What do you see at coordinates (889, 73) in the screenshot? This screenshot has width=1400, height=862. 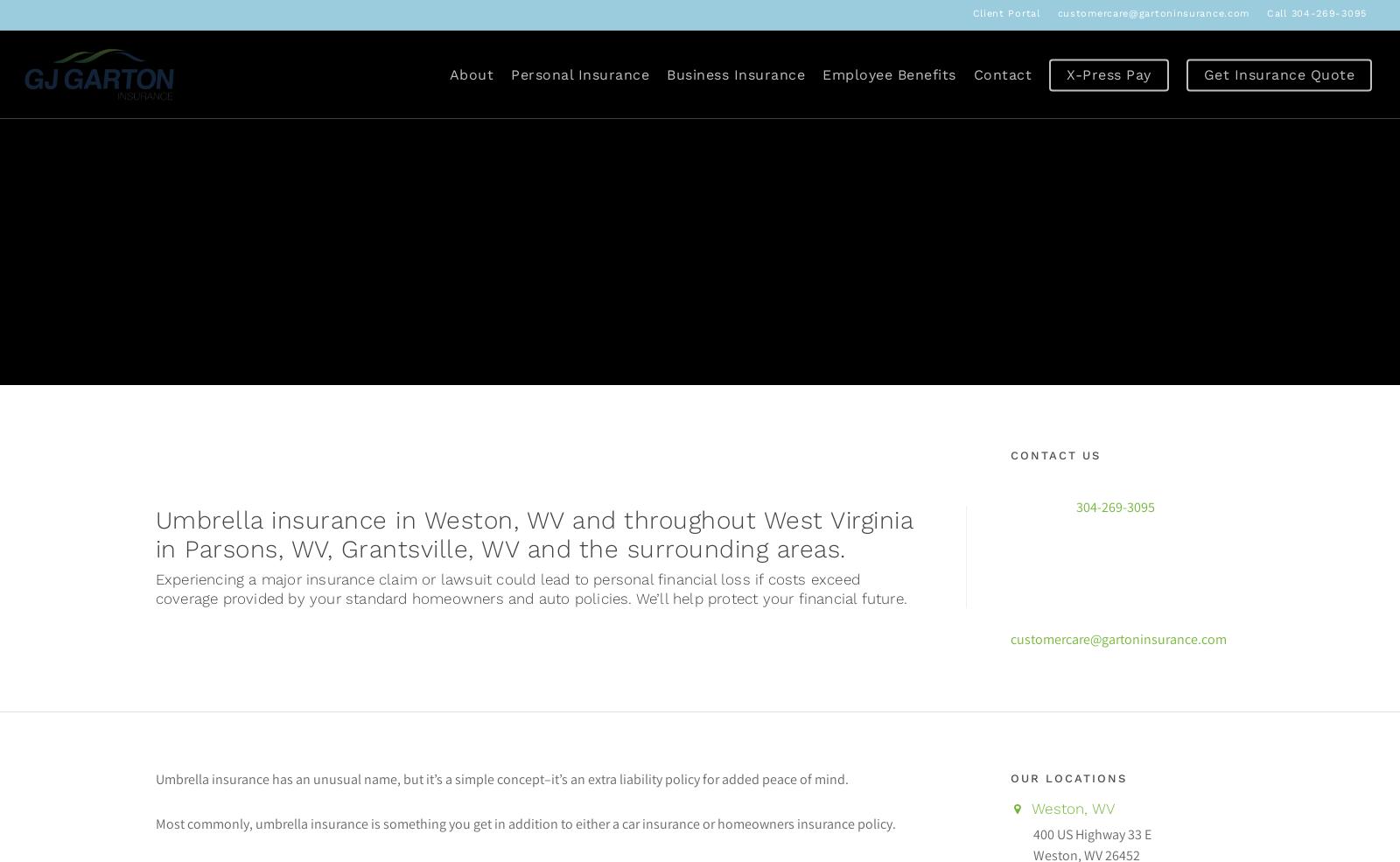 I see `'Employee Benefits'` at bounding box center [889, 73].